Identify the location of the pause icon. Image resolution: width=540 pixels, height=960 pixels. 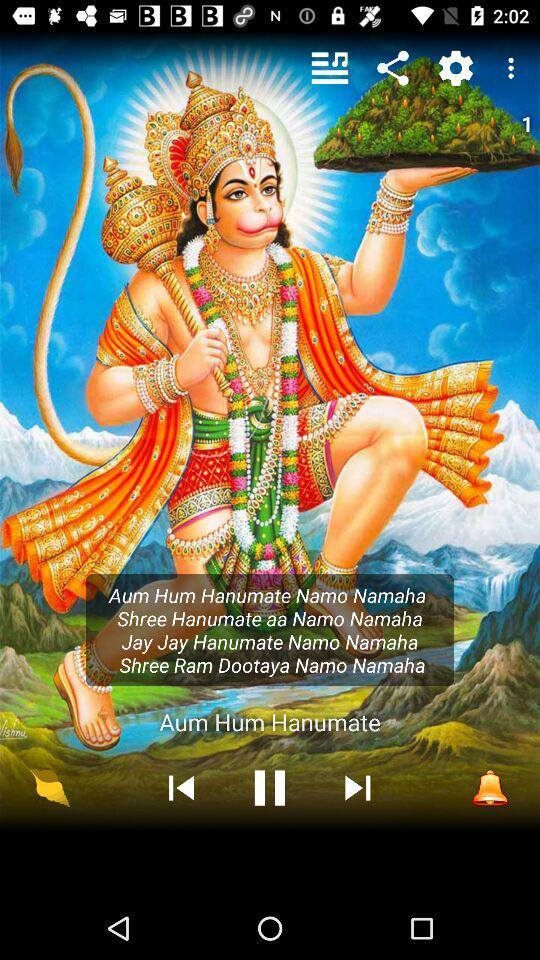
(269, 788).